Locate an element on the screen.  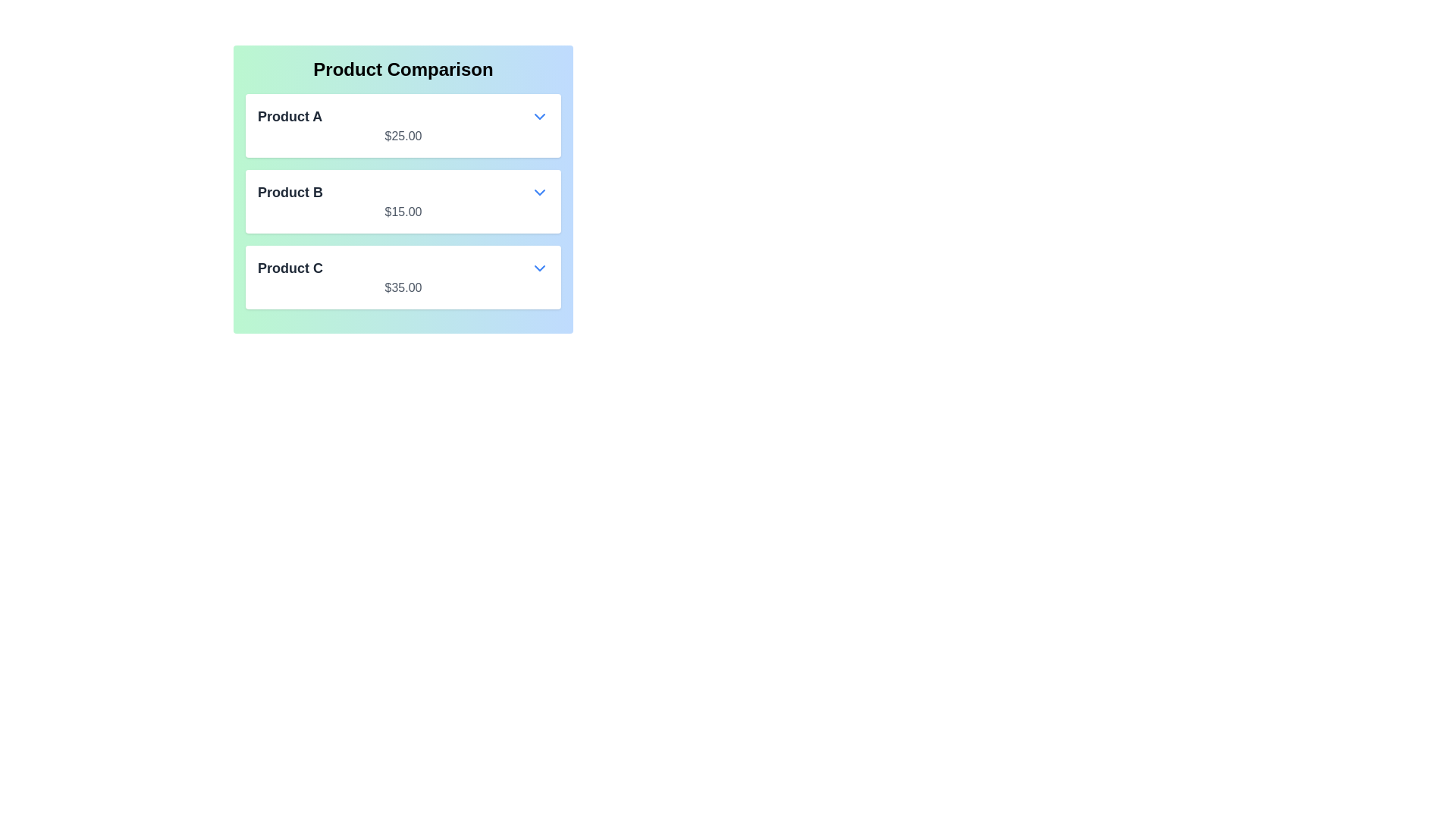
the blue downward chevron icon of the Dropdown trigger button associated with 'Product B' to change its color is located at coordinates (539, 192).